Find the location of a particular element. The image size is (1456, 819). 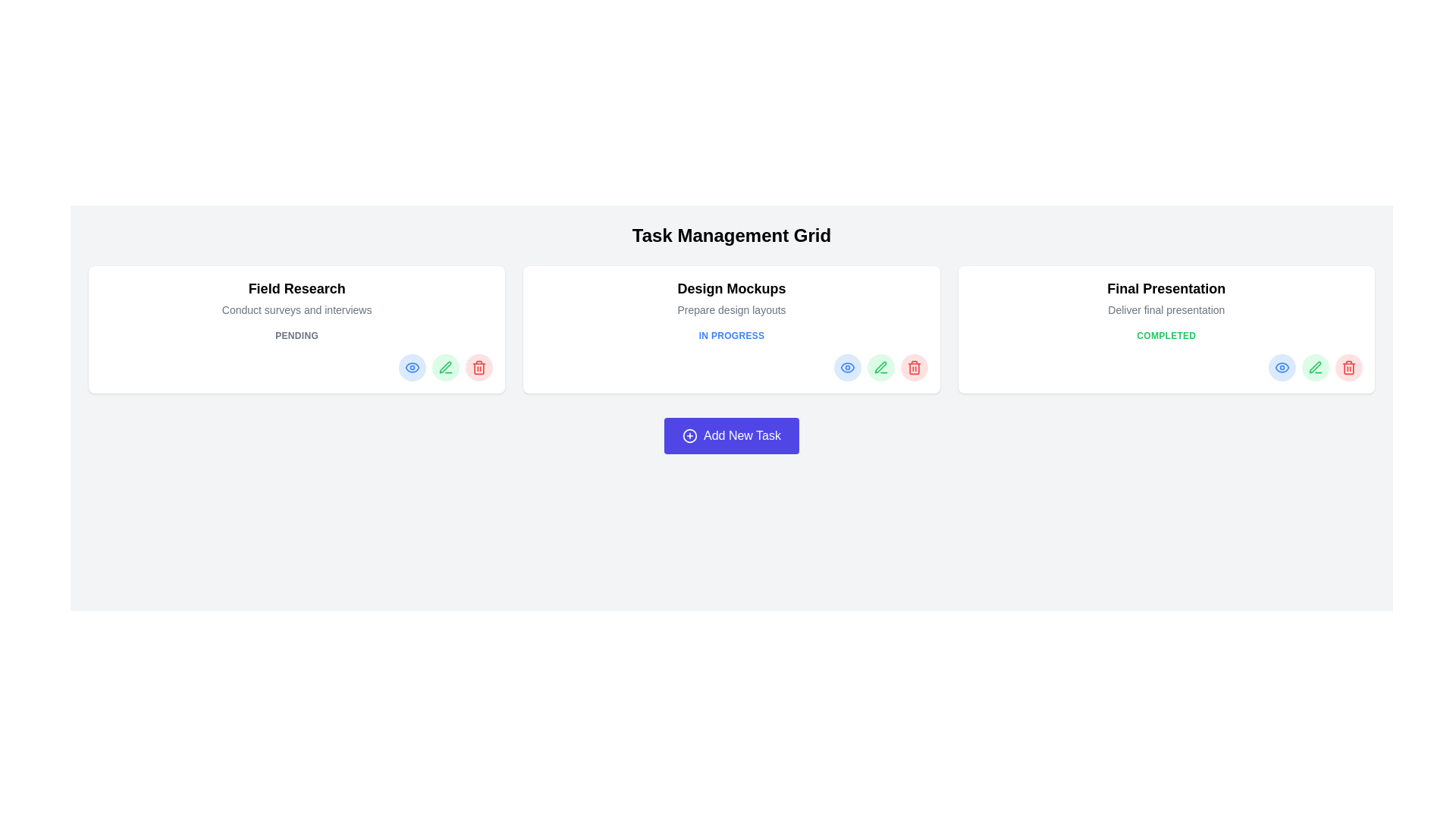

the text label reading 'In Progress', which is styled in uppercase blue bold font and located in the second task card labeled 'Design Mockups', positioned between the description 'Prepare design layouts' and a group of interactive icons is located at coordinates (731, 335).